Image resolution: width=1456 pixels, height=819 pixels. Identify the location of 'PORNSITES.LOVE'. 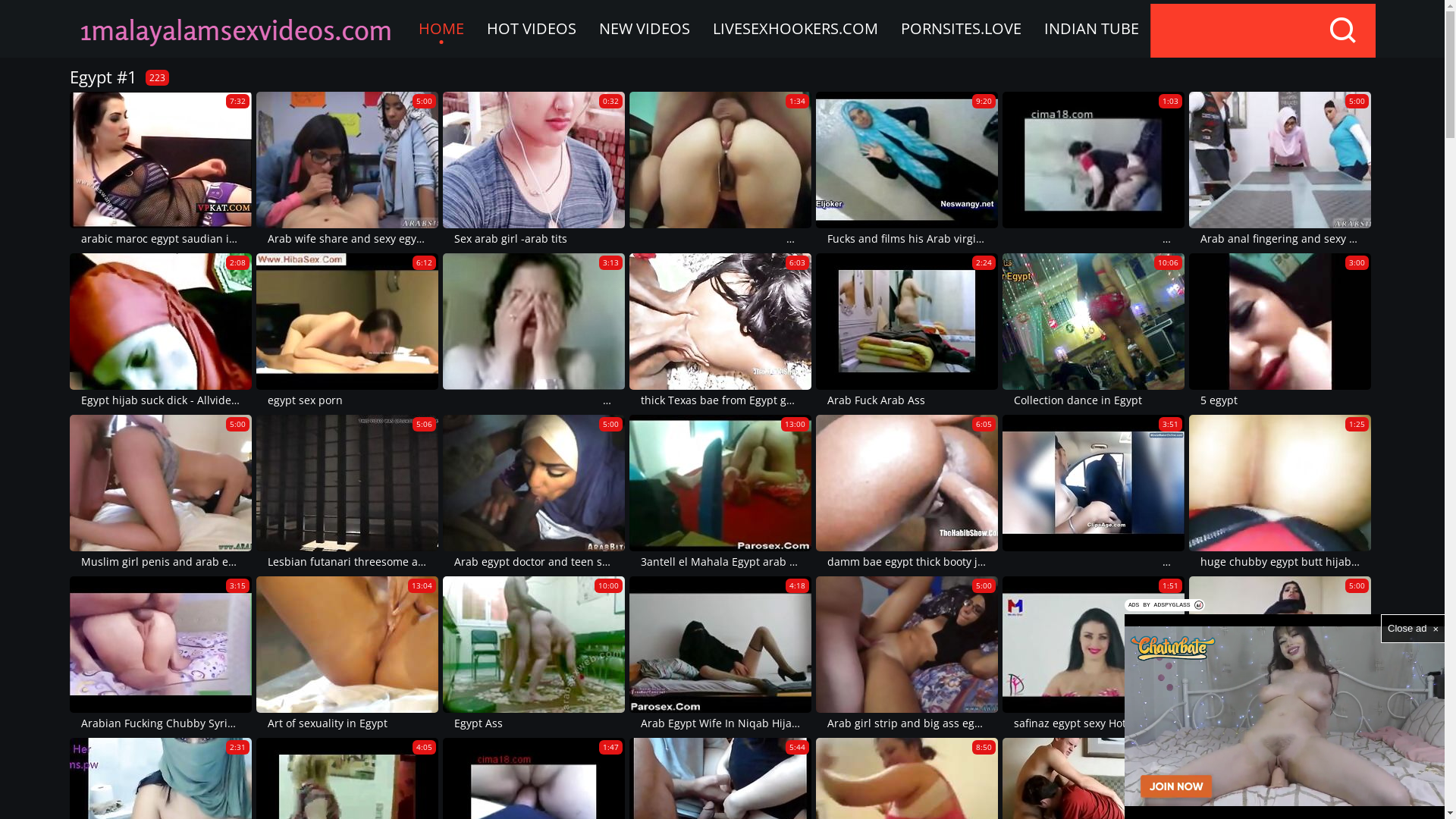
(959, 29).